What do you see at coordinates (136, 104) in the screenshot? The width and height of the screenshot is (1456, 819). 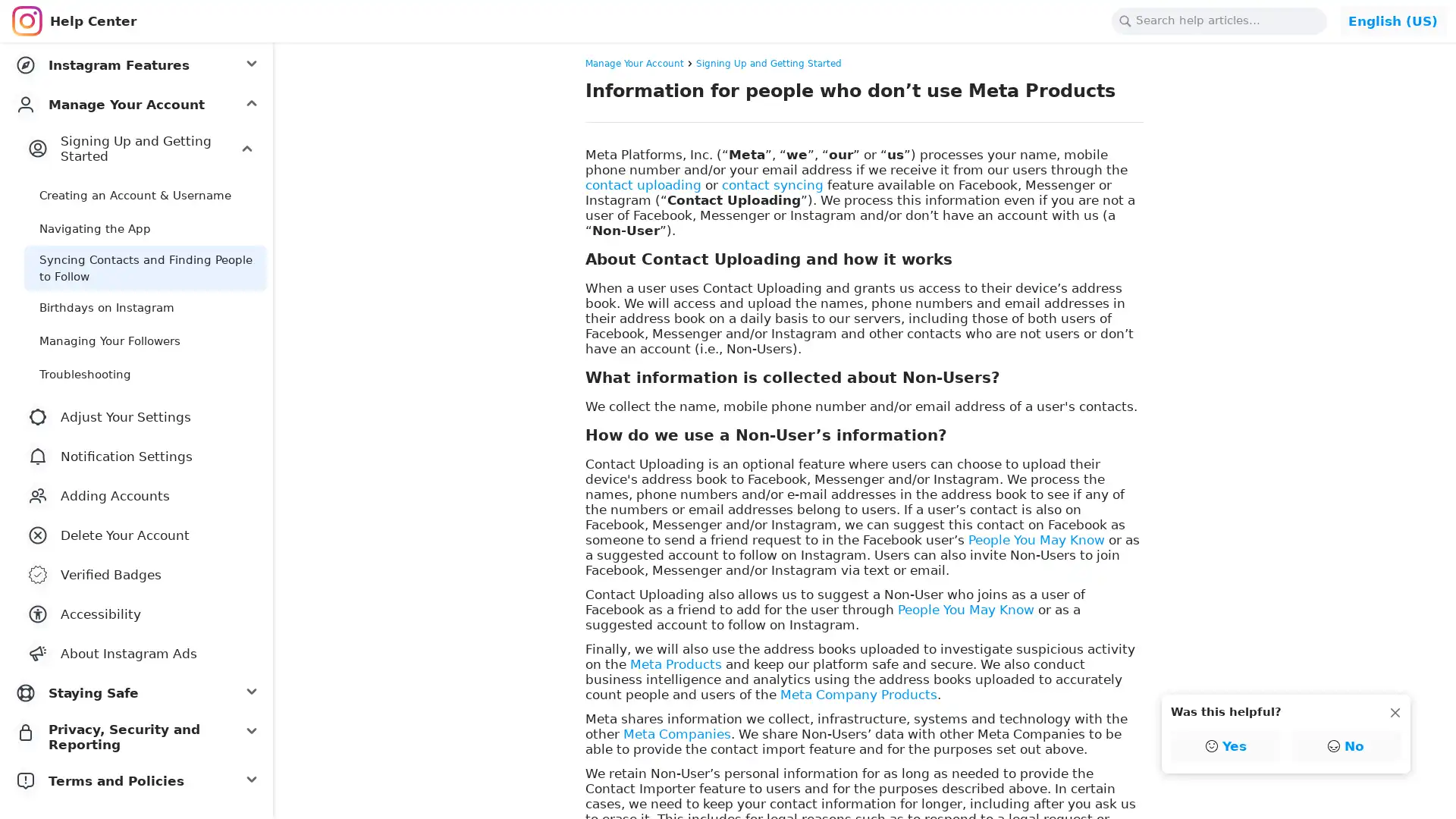 I see `Manage Your Account` at bounding box center [136, 104].